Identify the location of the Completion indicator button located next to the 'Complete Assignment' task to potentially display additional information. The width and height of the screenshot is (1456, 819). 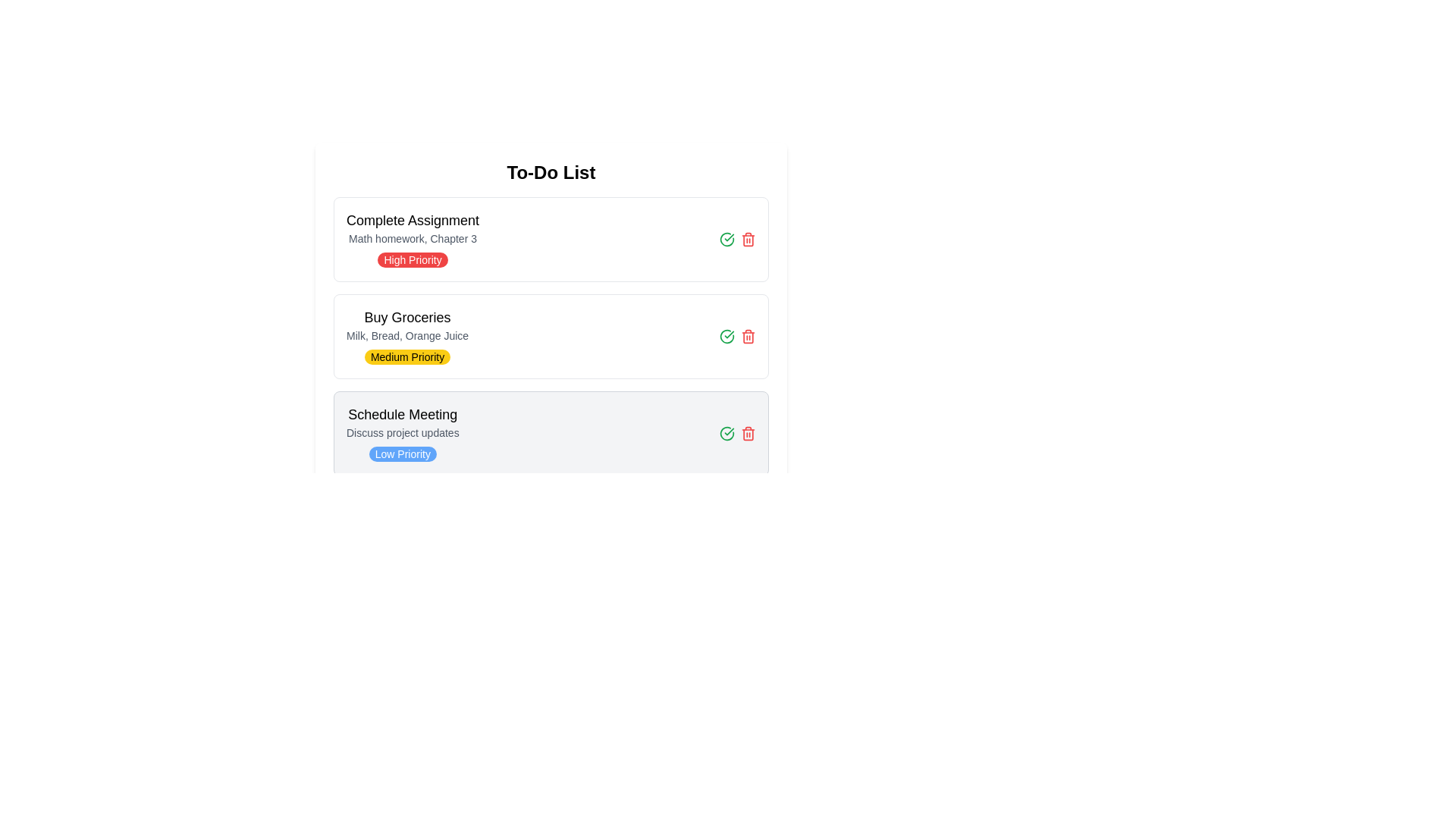
(726, 335).